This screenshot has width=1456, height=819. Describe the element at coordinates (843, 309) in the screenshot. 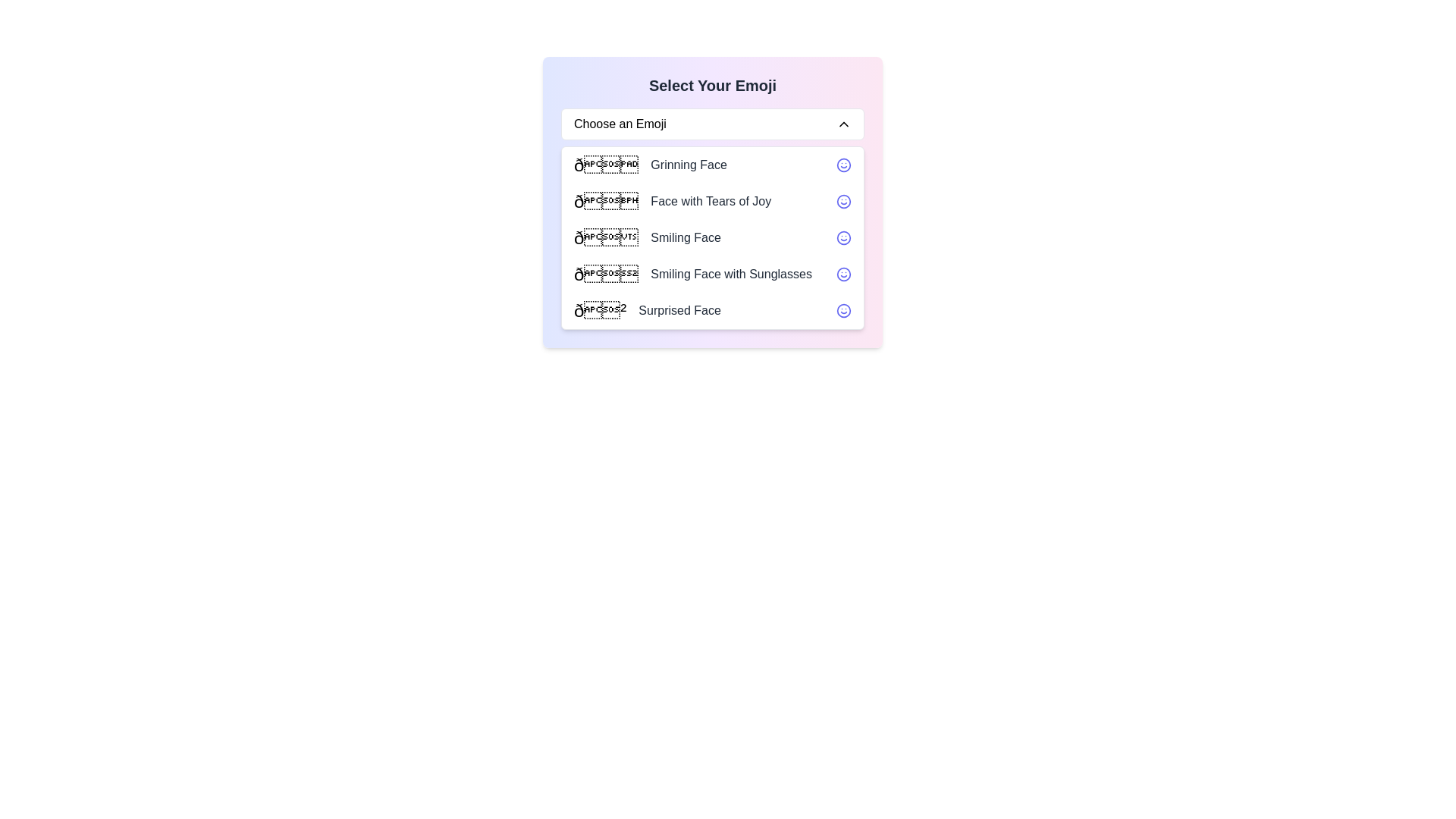

I see `the 'Surprised Face' emoji selection icon located in the far-right section of the fifth row of the emoji selection list` at that location.